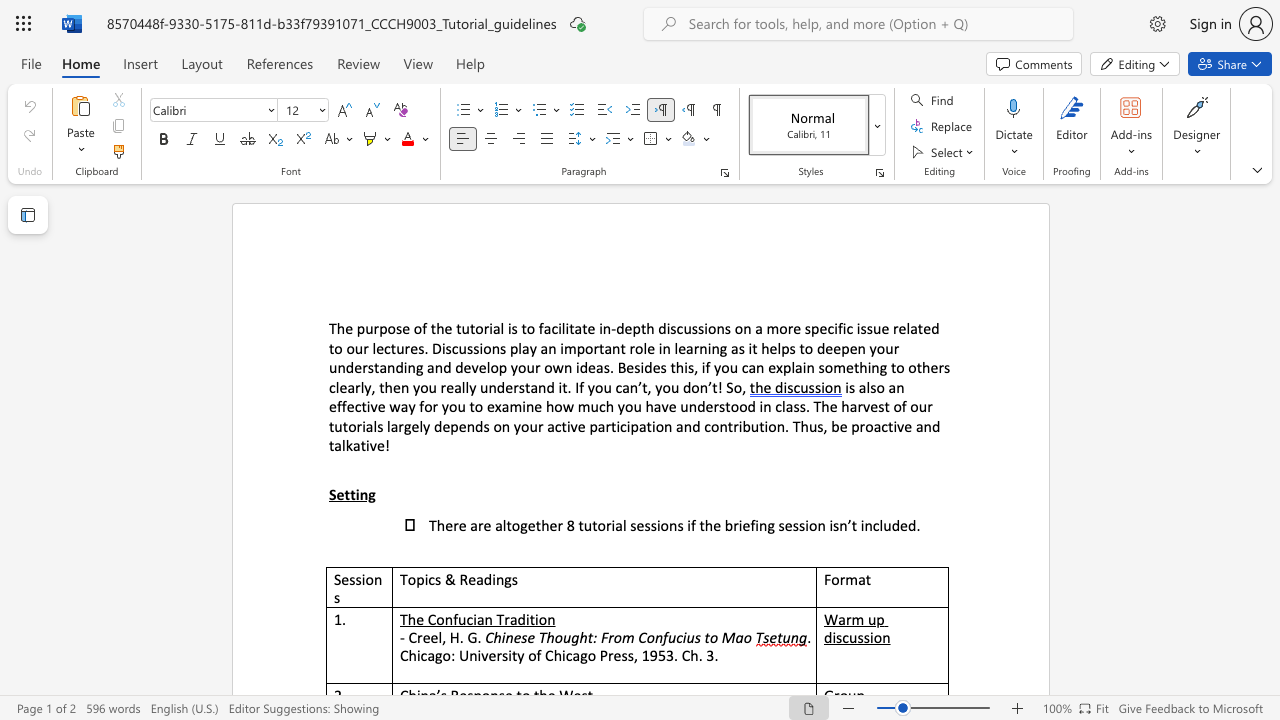 The width and height of the screenshot is (1280, 720). Describe the element at coordinates (684, 637) in the screenshot. I see `the 2th character "i" in the text` at that location.